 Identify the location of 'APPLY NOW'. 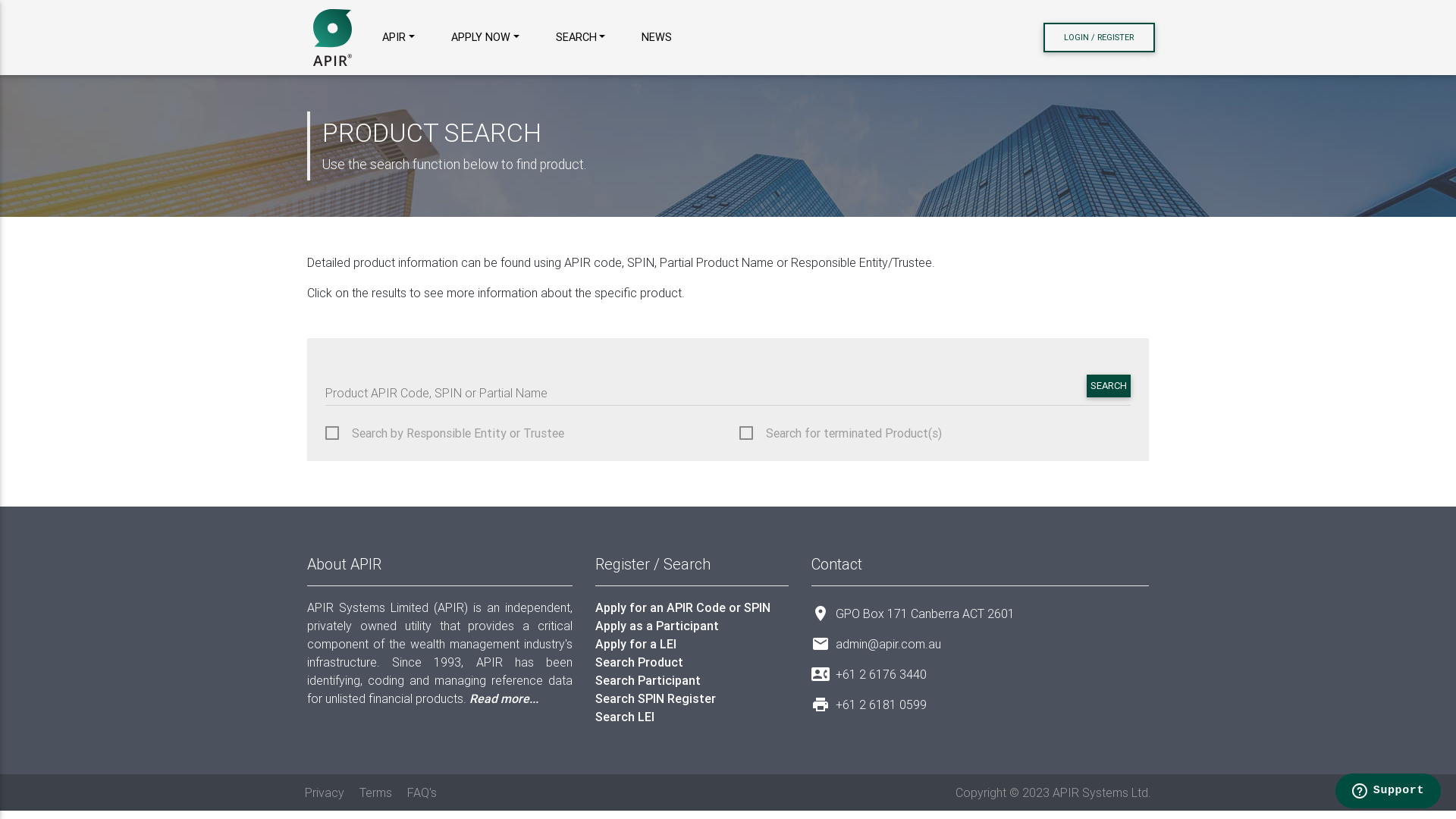
(484, 37).